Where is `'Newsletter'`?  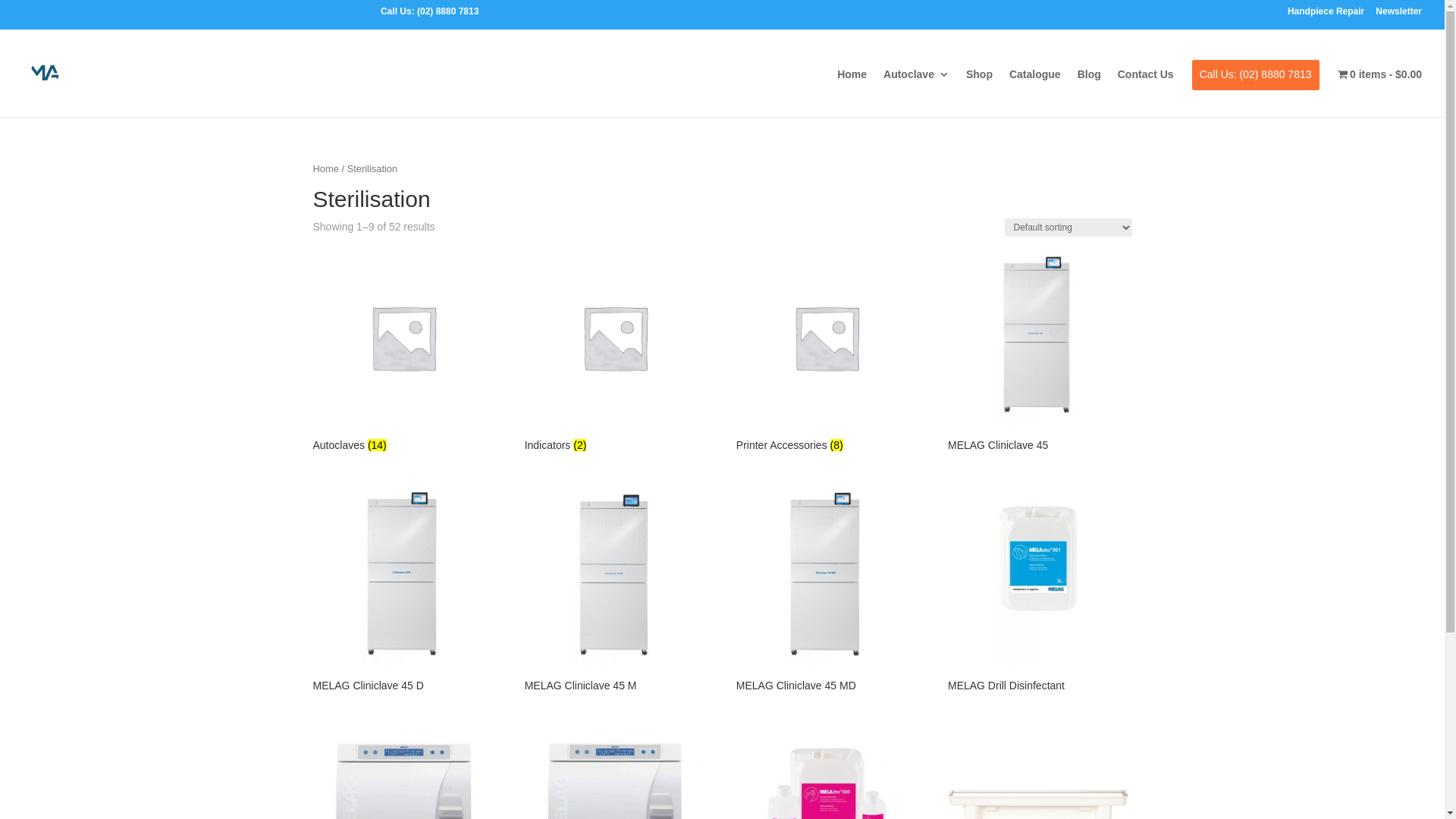 'Newsletter' is located at coordinates (1398, 14).